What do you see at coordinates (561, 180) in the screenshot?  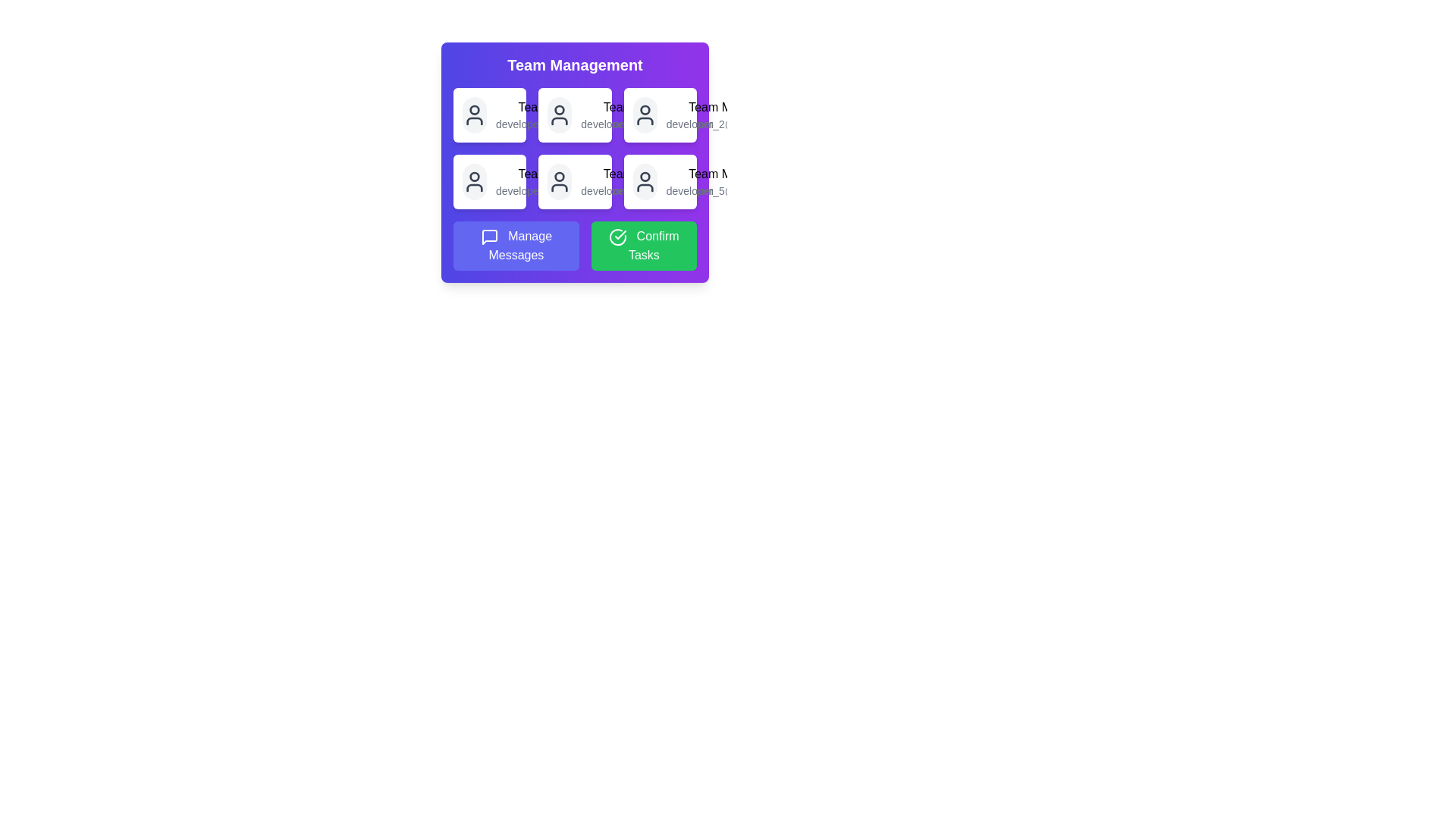 I see `the text display component that shows the name and email address of a team member, which is located in the second position of the second row in a grid layout` at bounding box center [561, 180].